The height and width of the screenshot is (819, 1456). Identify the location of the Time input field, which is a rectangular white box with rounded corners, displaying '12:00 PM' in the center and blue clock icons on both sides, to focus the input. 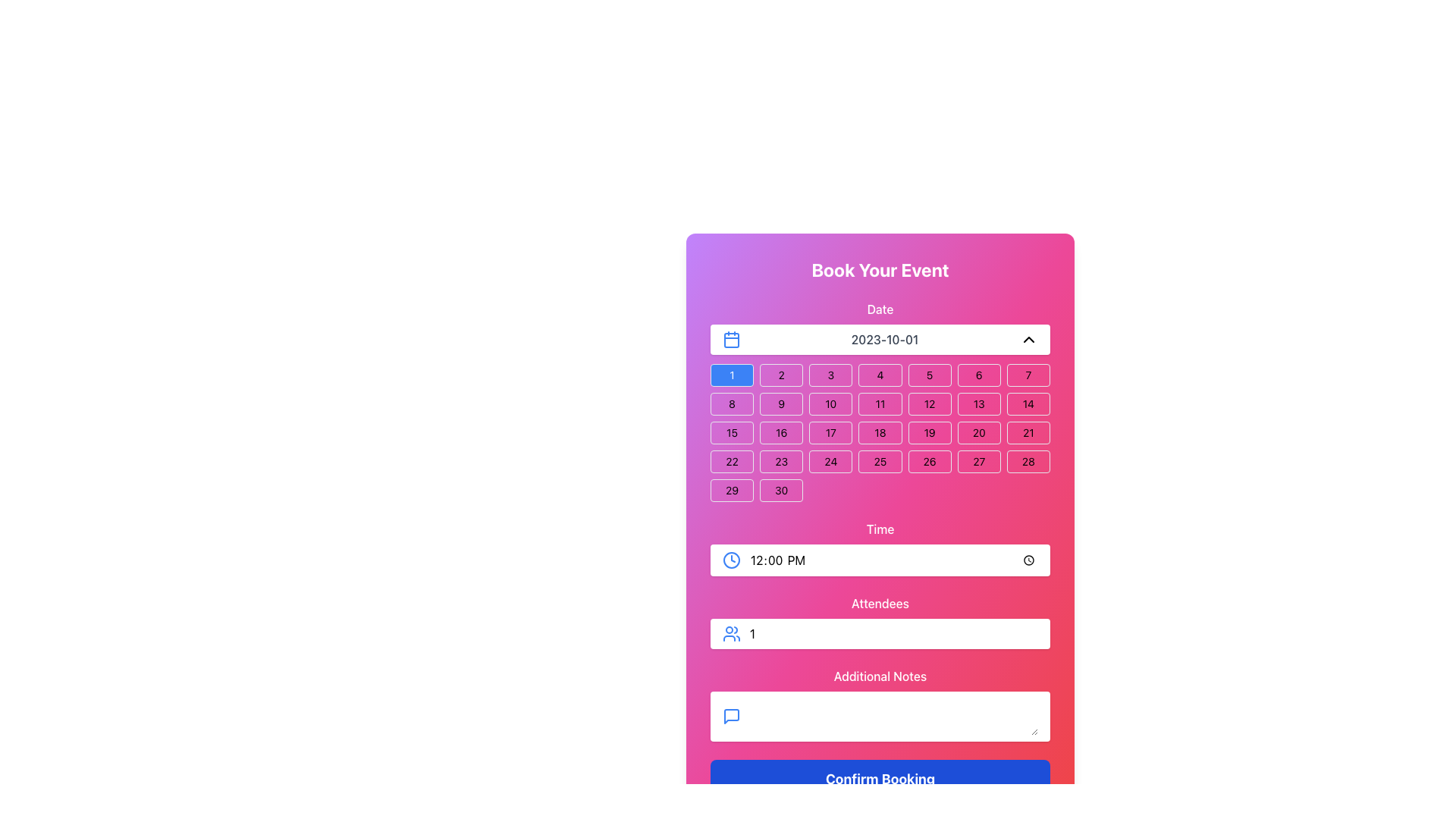
(880, 560).